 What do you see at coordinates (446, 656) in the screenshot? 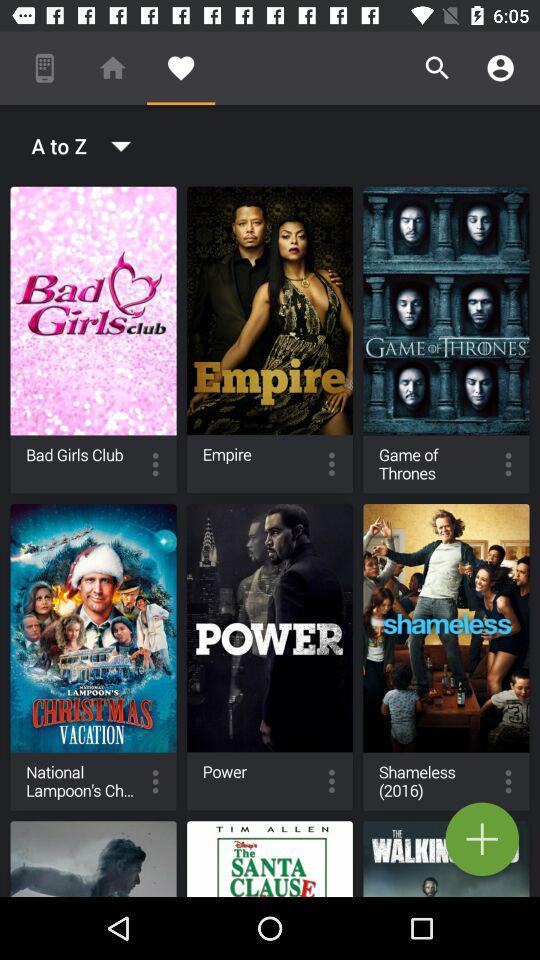
I see `third option in second row` at bounding box center [446, 656].